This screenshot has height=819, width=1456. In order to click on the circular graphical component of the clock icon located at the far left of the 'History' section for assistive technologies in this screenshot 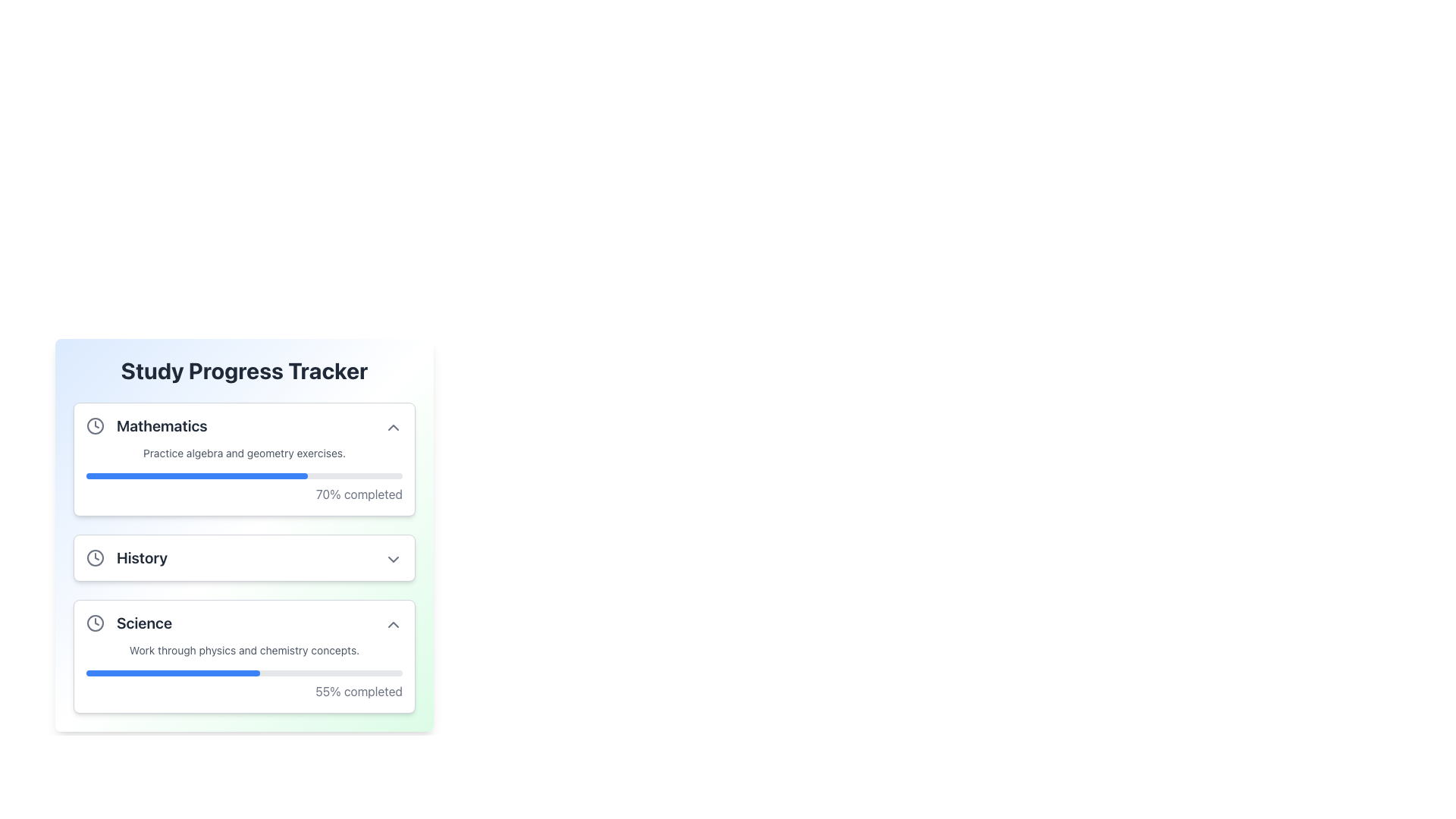, I will do `click(94, 558)`.